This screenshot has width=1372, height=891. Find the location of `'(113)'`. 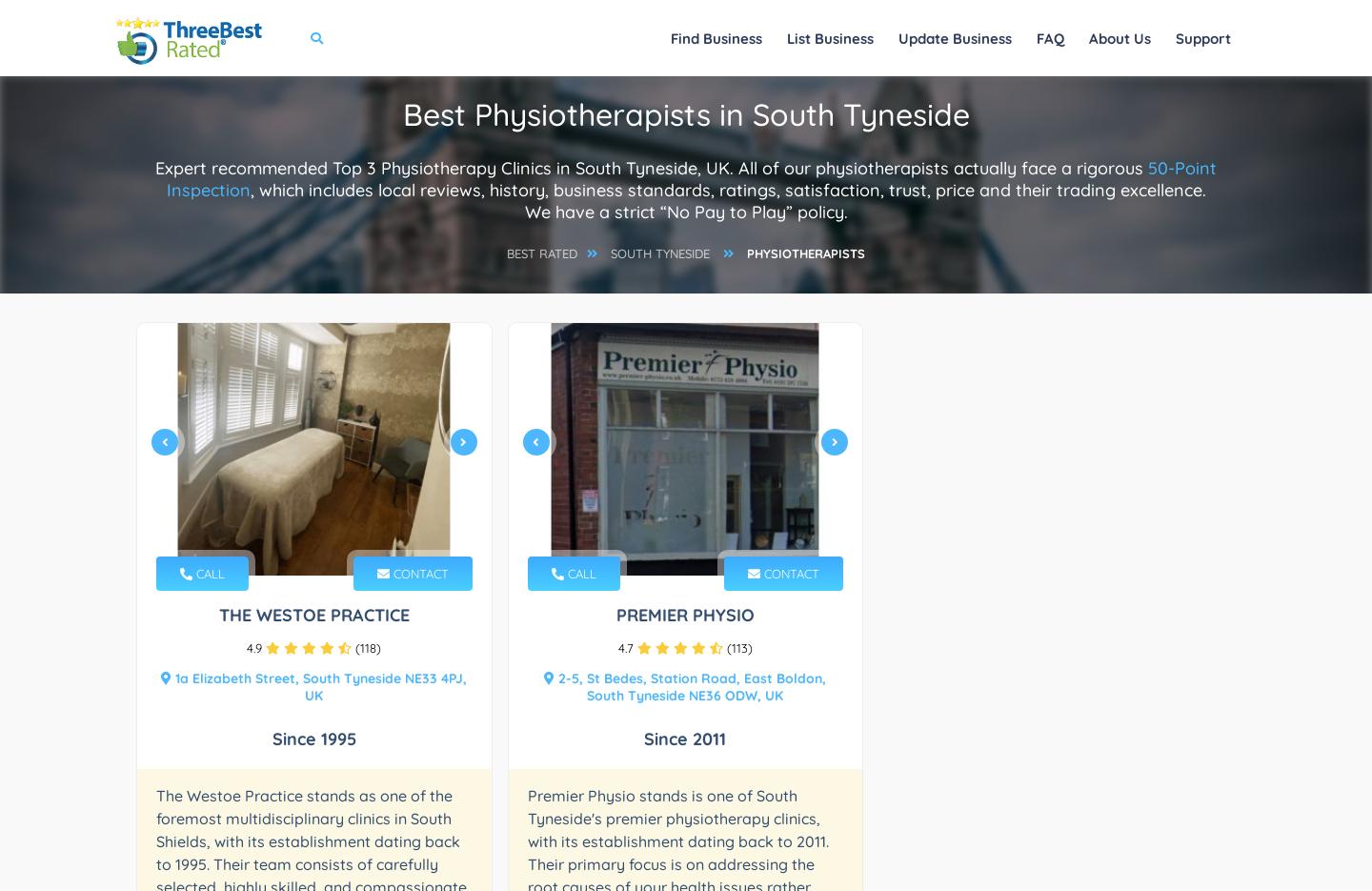

'(113)' is located at coordinates (721, 648).